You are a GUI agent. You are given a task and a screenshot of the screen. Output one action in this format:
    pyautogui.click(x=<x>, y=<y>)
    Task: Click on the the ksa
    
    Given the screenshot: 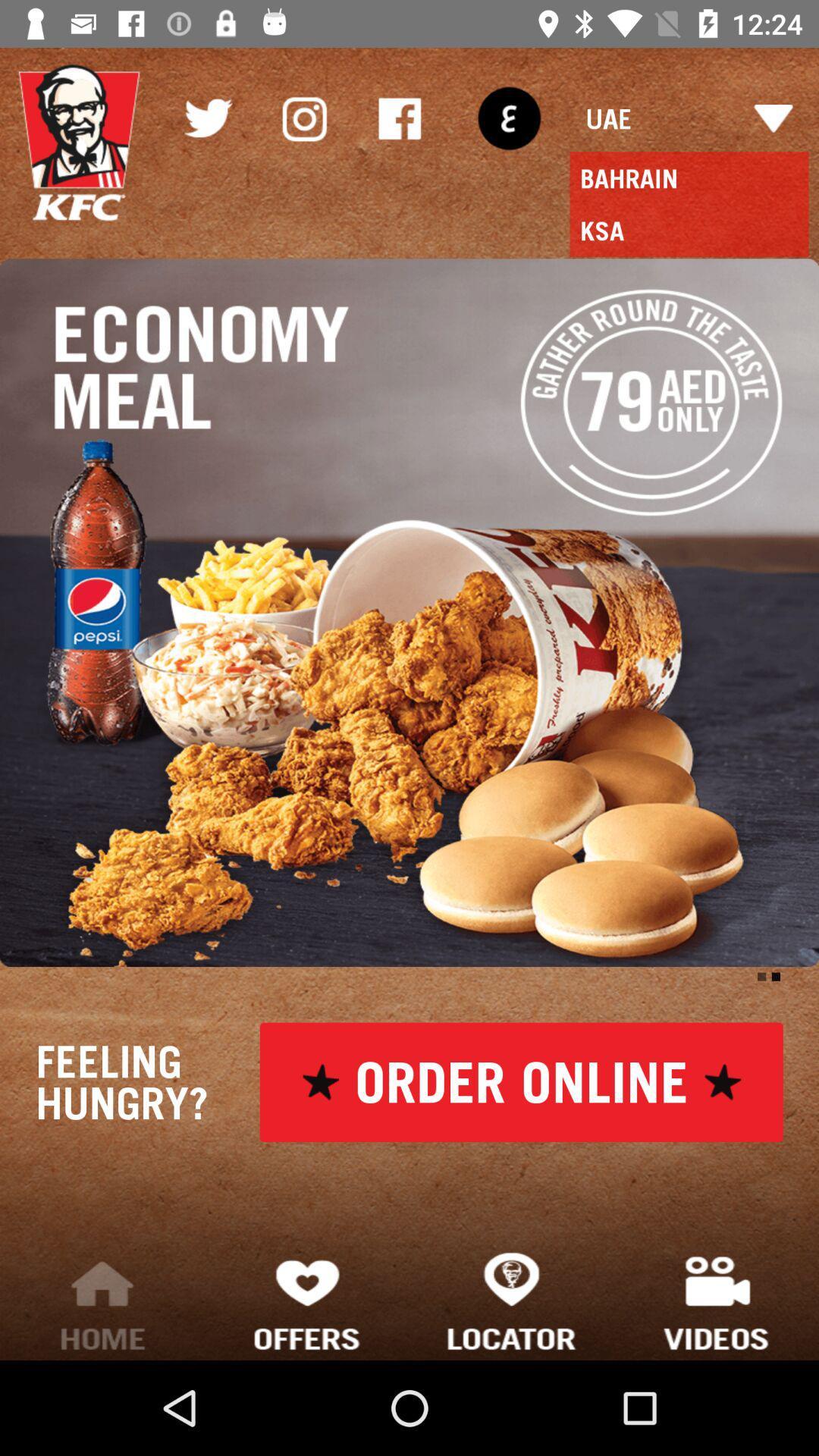 What is the action you would take?
    pyautogui.click(x=689, y=230)
    